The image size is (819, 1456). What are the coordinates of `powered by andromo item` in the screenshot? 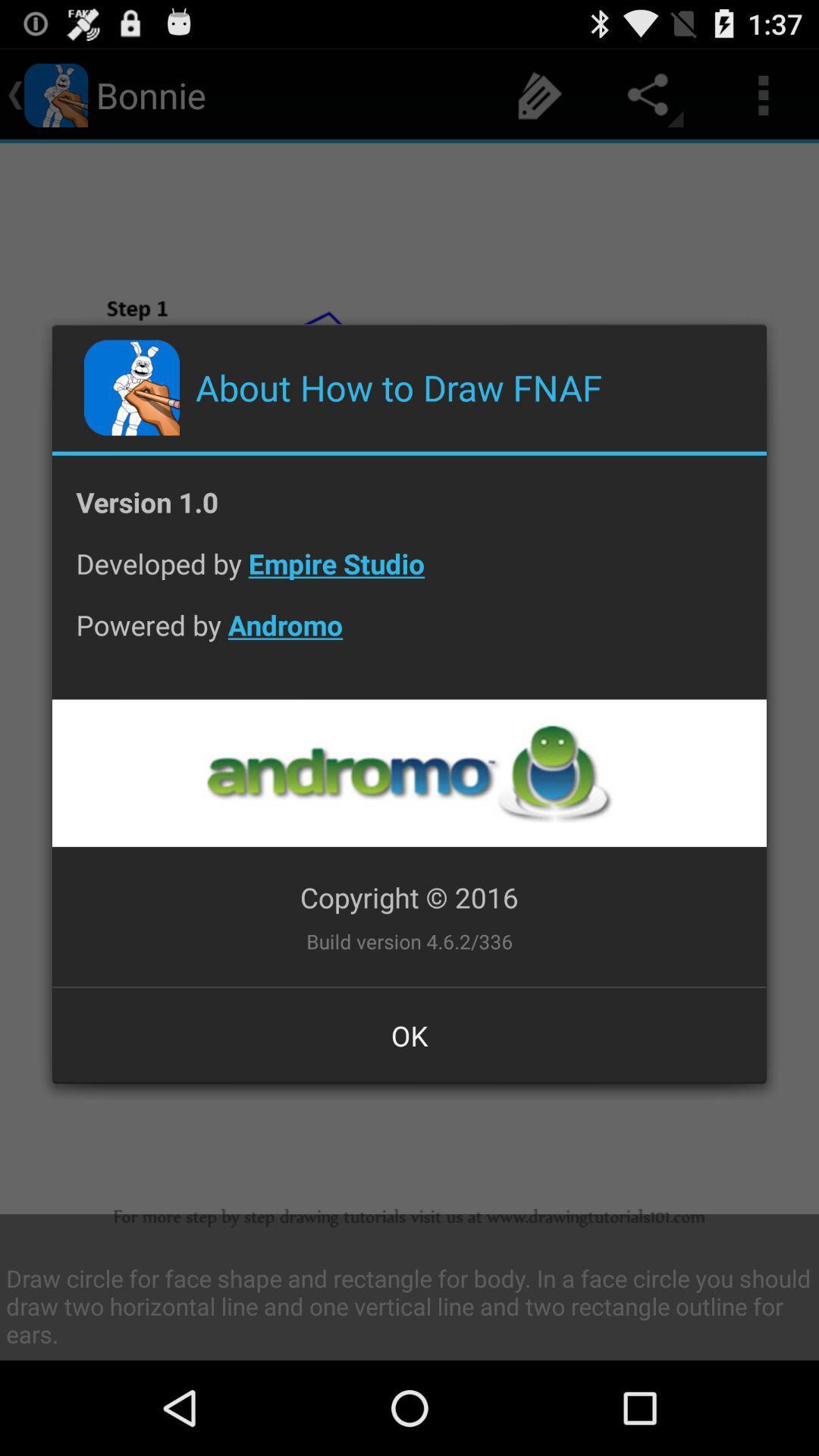 It's located at (409, 637).